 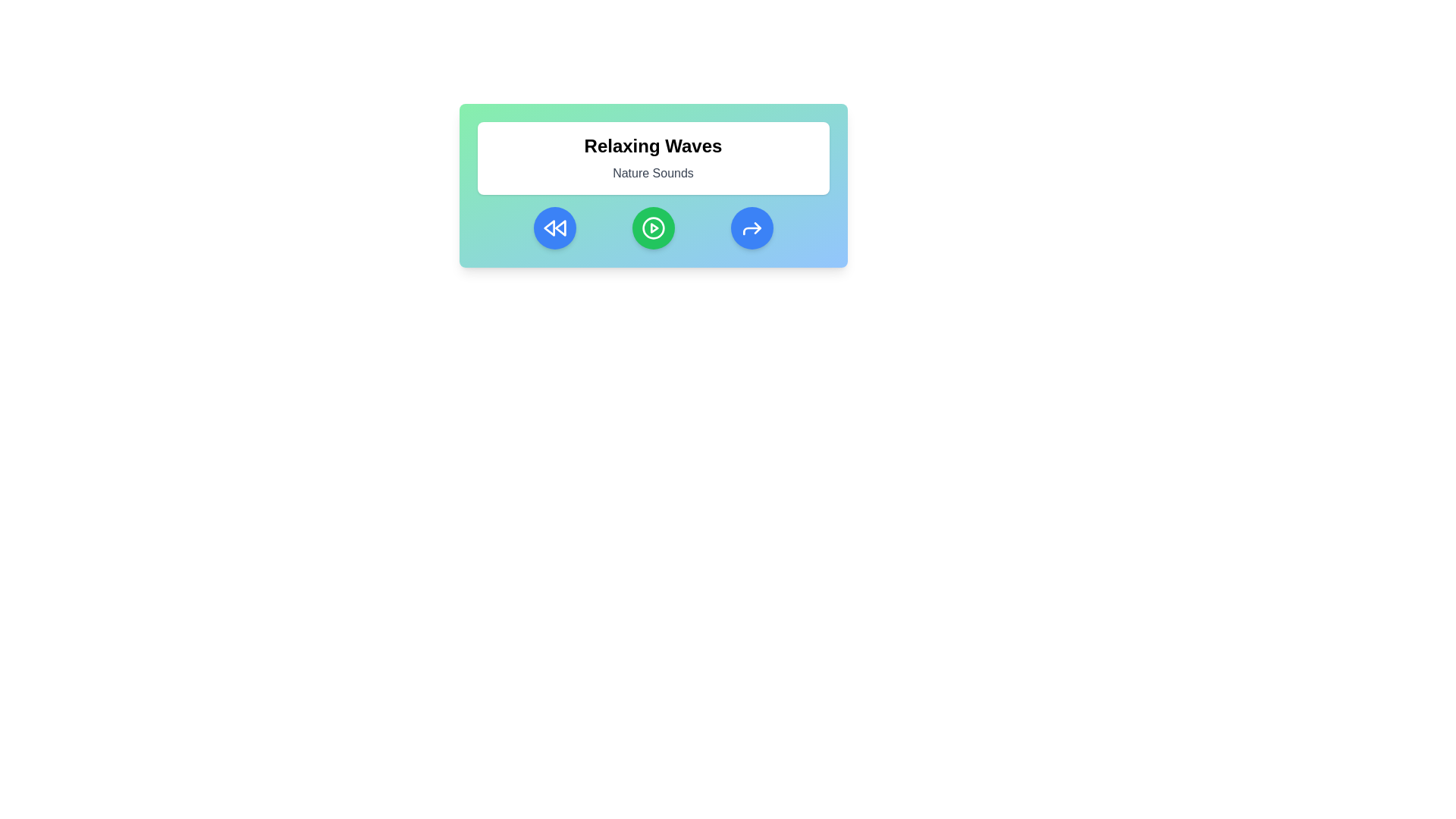 What do you see at coordinates (653, 227) in the screenshot?
I see `the play/pause button to toggle playback` at bounding box center [653, 227].